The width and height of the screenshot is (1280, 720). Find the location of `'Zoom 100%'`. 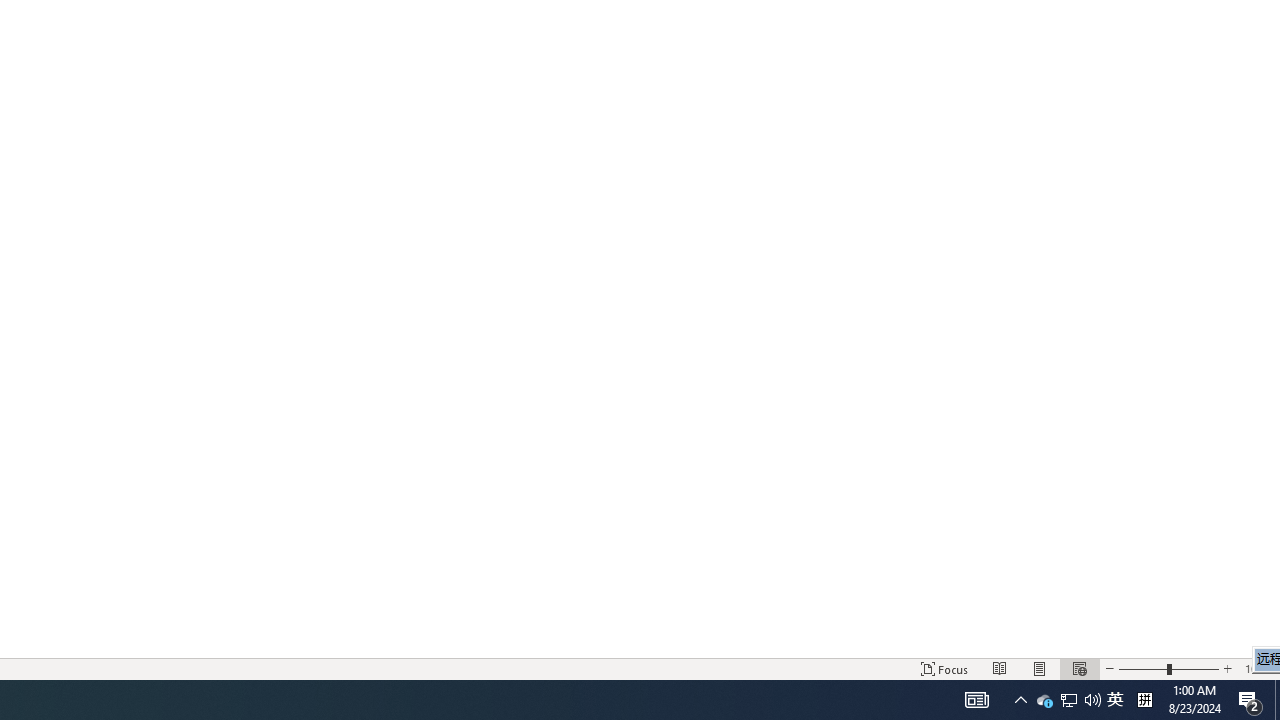

'Zoom 100%' is located at coordinates (1257, 669).